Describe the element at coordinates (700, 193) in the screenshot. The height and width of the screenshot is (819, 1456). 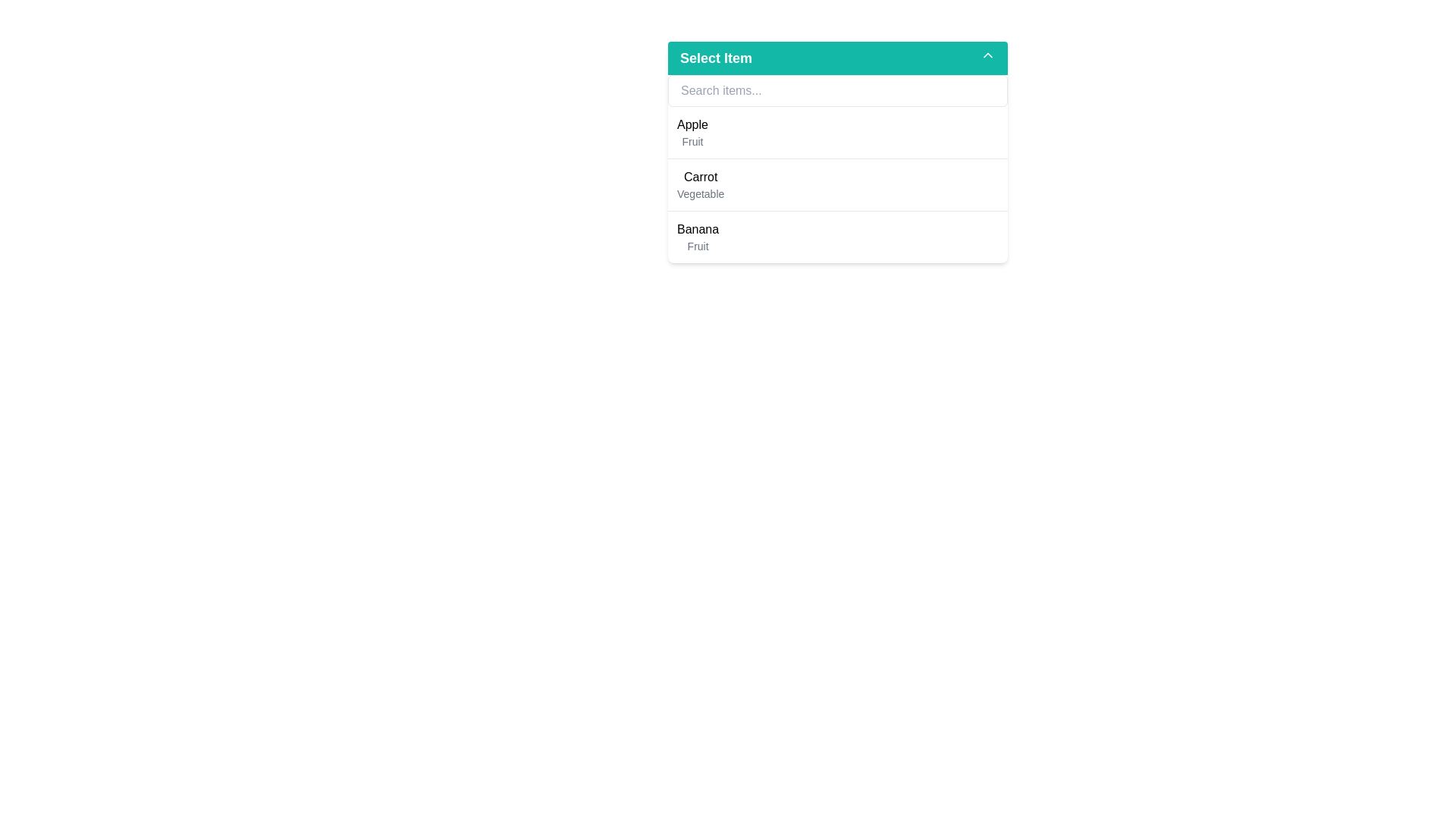
I see `the 'Vegetable' label, which is a small gray text label located directly below the 'Carrot' entry in the dropdown menu` at that location.